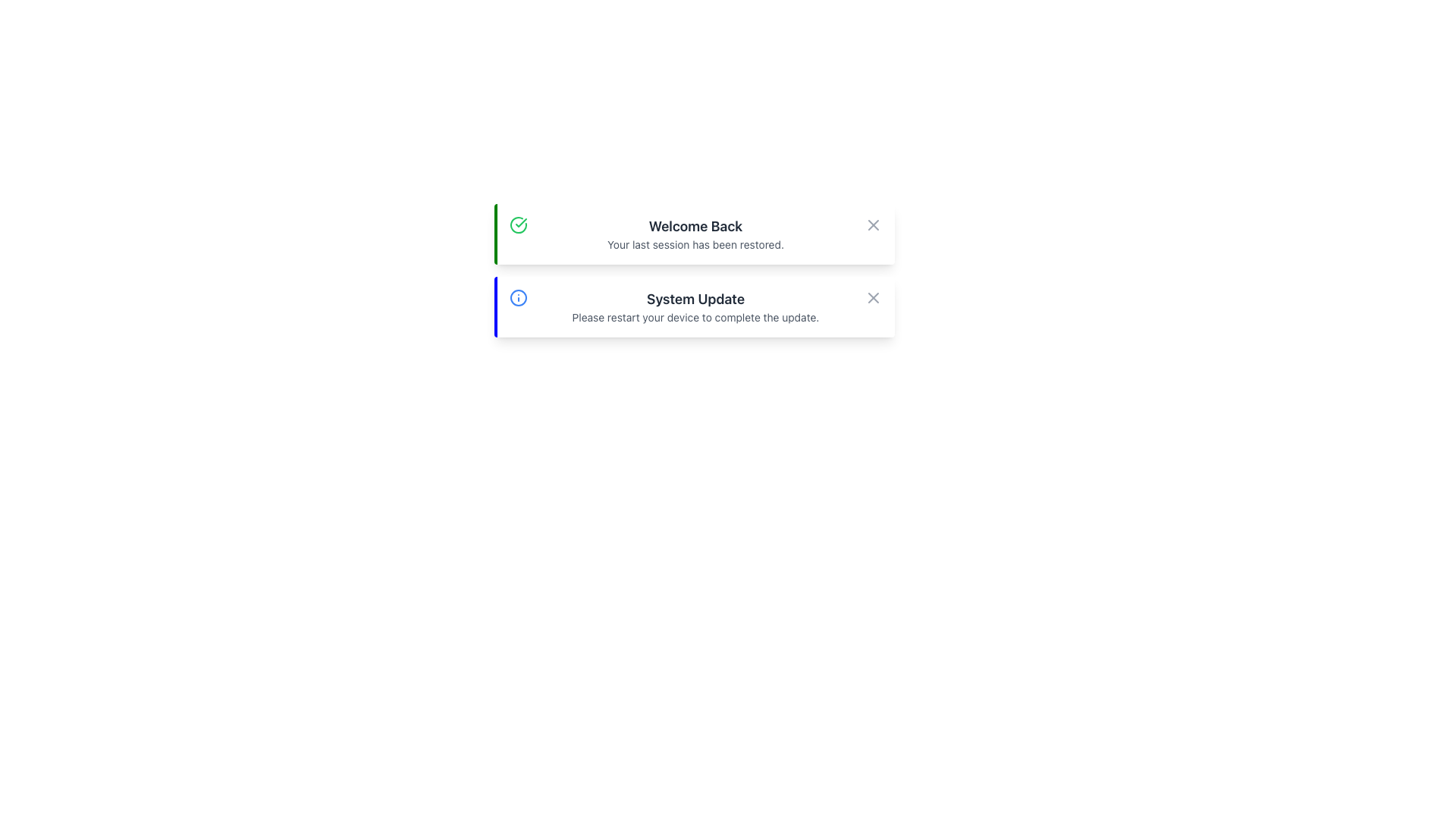 This screenshot has width=1456, height=819. Describe the element at coordinates (695, 317) in the screenshot. I see `informational text label that instructs the user to restart their device to complete an update, located below the 'System Update' heading` at that location.